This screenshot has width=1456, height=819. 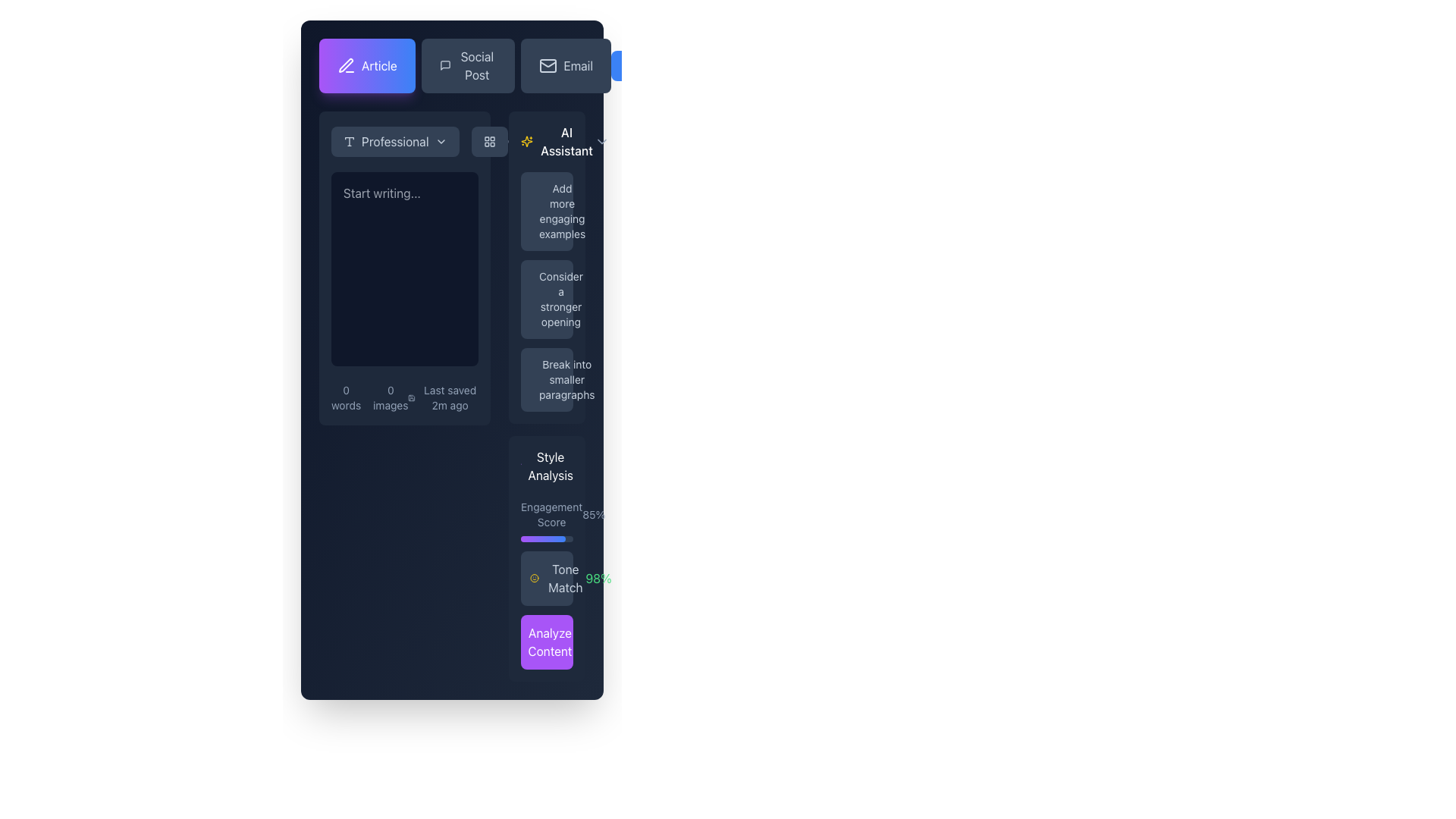 I want to click on the progression value, so click(x=548, y=538).